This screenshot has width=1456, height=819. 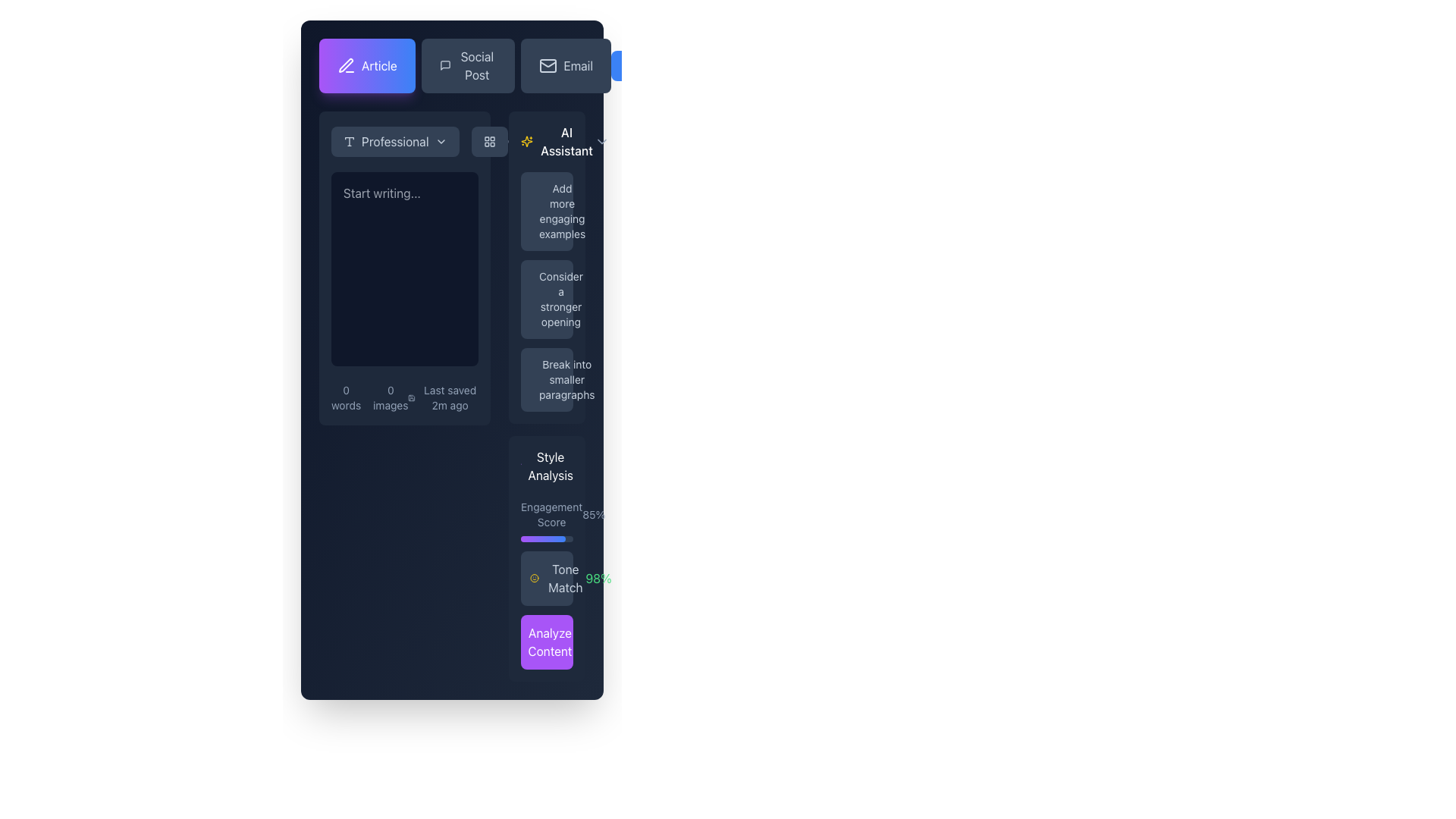 I want to click on the progression value, so click(x=548, y=538).